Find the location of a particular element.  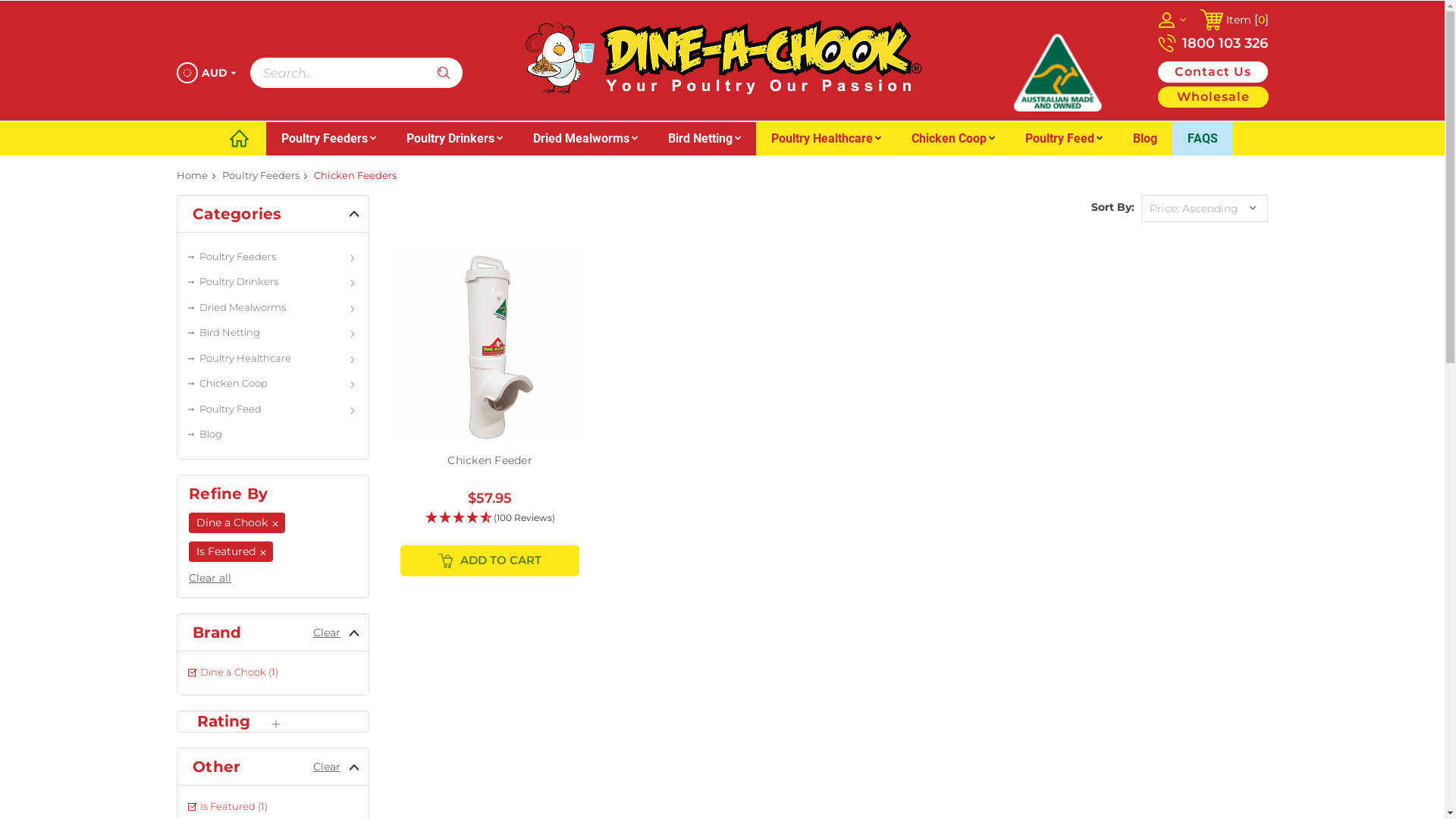

'Chicken Feeder' is located at coordinates (447, 459).